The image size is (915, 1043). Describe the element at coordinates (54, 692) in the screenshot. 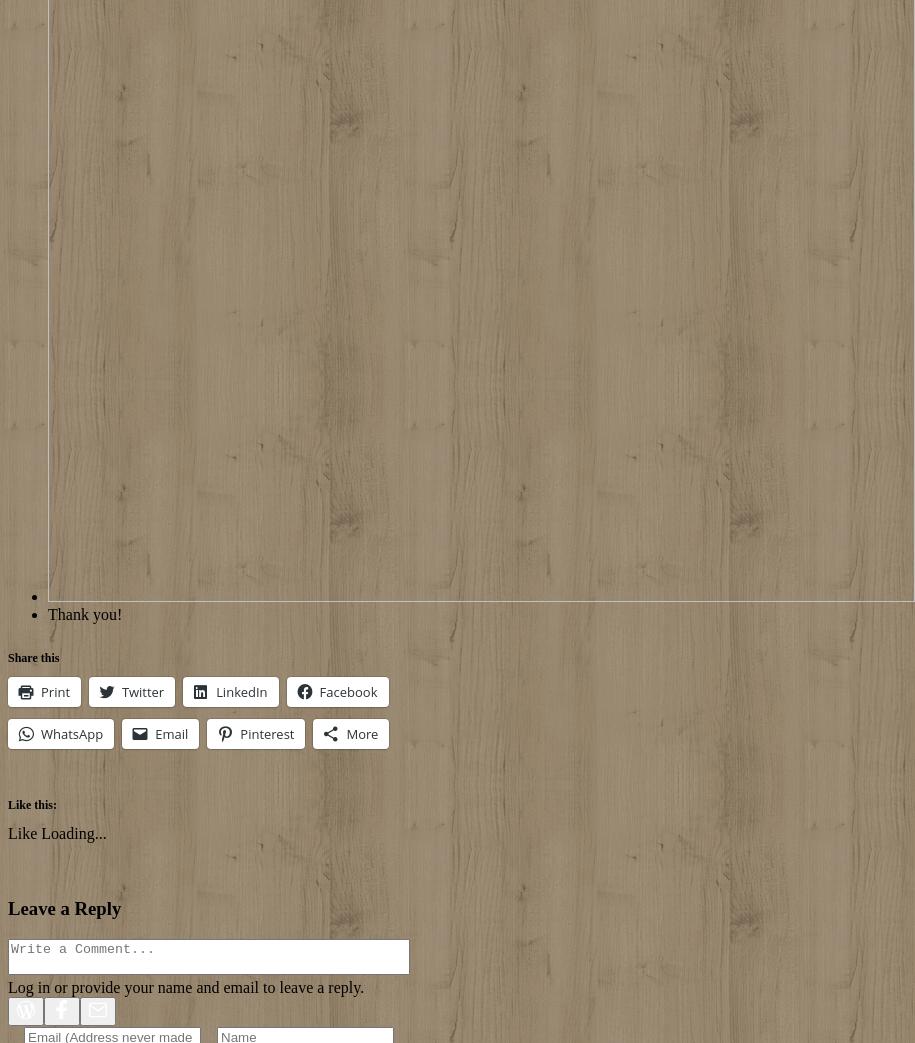

I see `'Print'` at that location.